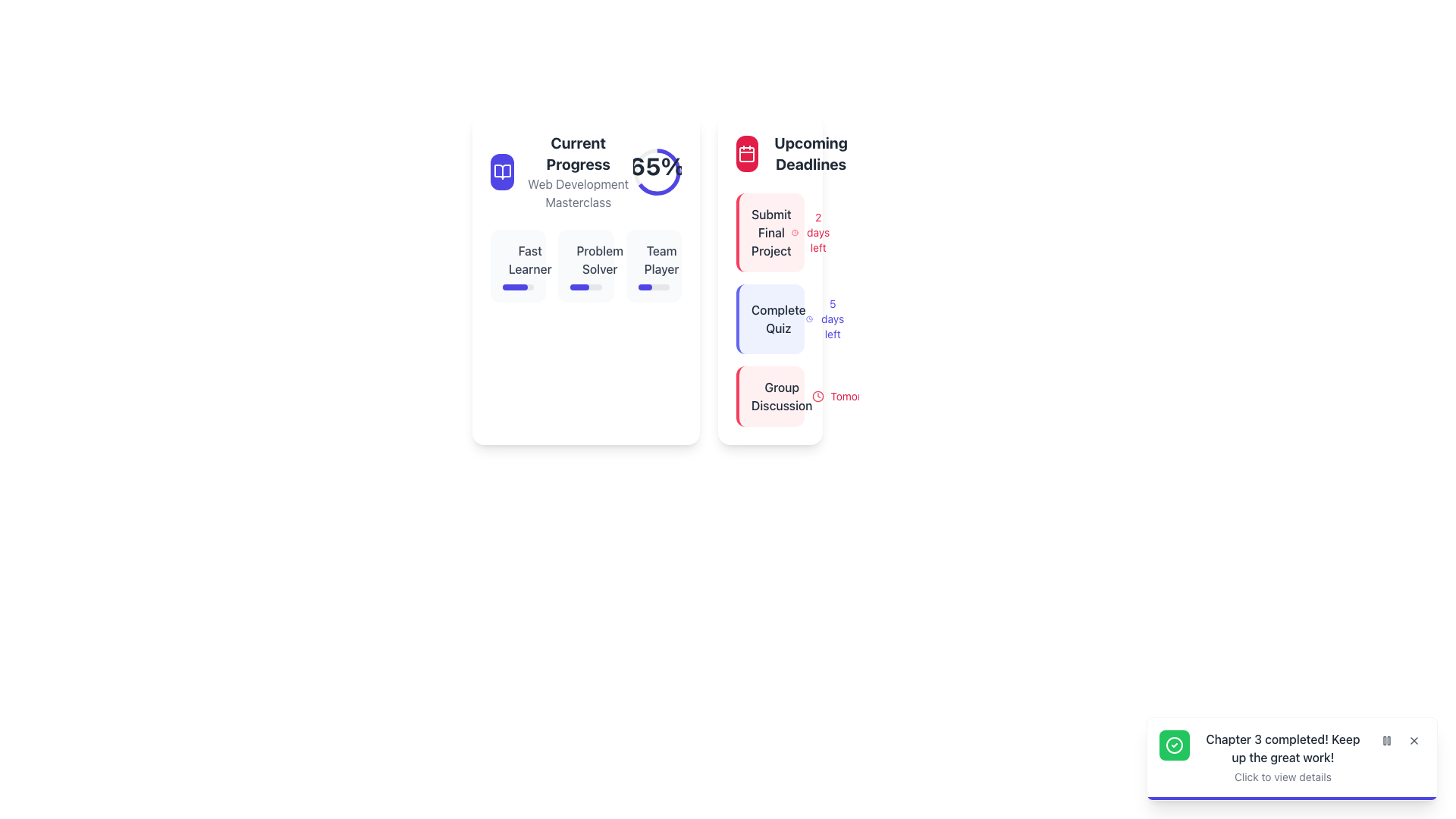 This screenshot has height=819, width=1456. What do you see at coordinates (579, 287) in the screenshot?
I see `the progress bar segment located under the 'Problem Solver' label in the center card of the layout, which visually represents the progress of a task` at bounding box center [579, 287].